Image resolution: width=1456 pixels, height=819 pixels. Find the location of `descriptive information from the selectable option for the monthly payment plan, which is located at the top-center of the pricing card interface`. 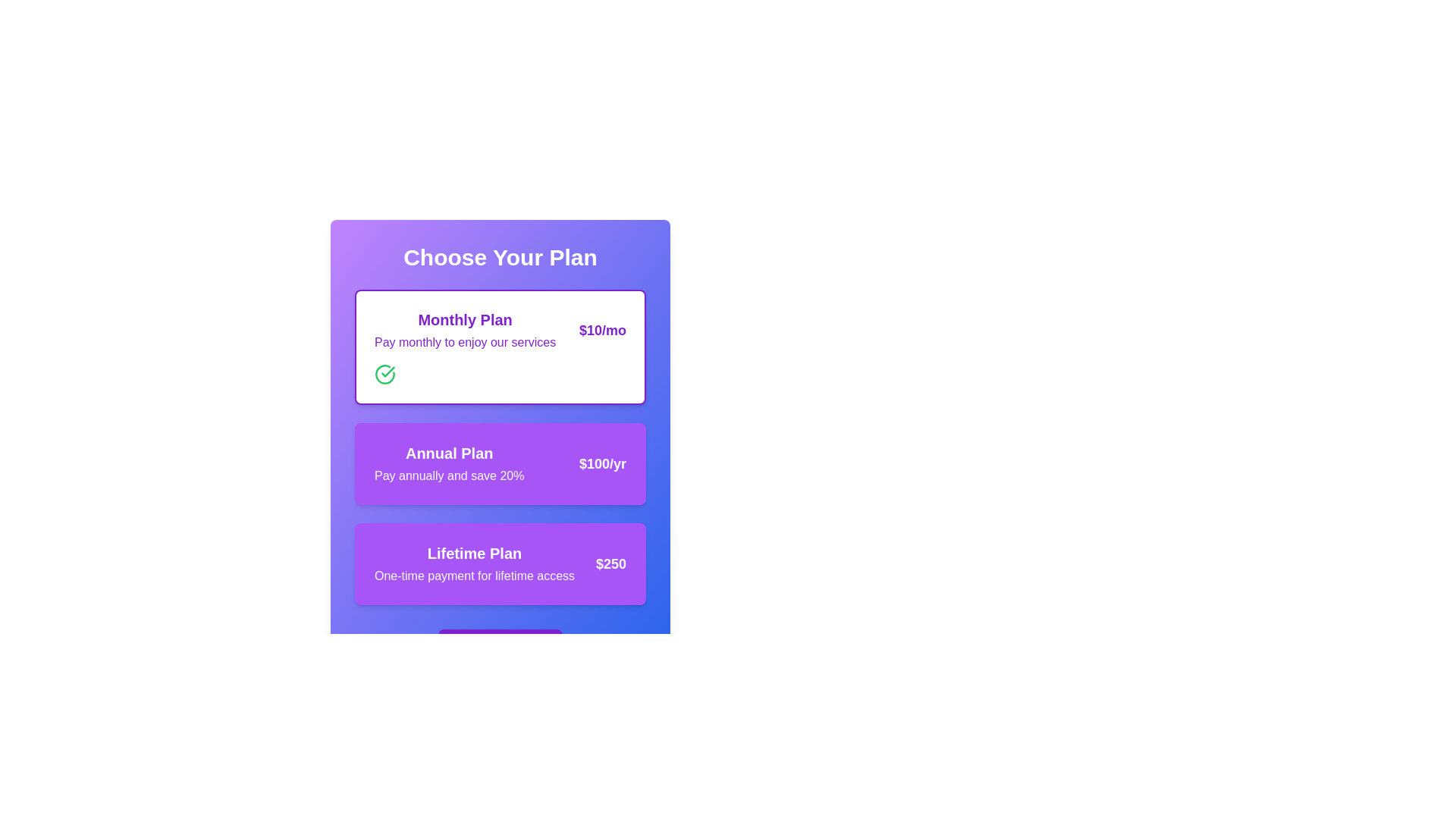

descriptive information from the selectable option for the monthly payment plan, which is located at the top-center of the pricing card interface is located at coordinates (500, 329).